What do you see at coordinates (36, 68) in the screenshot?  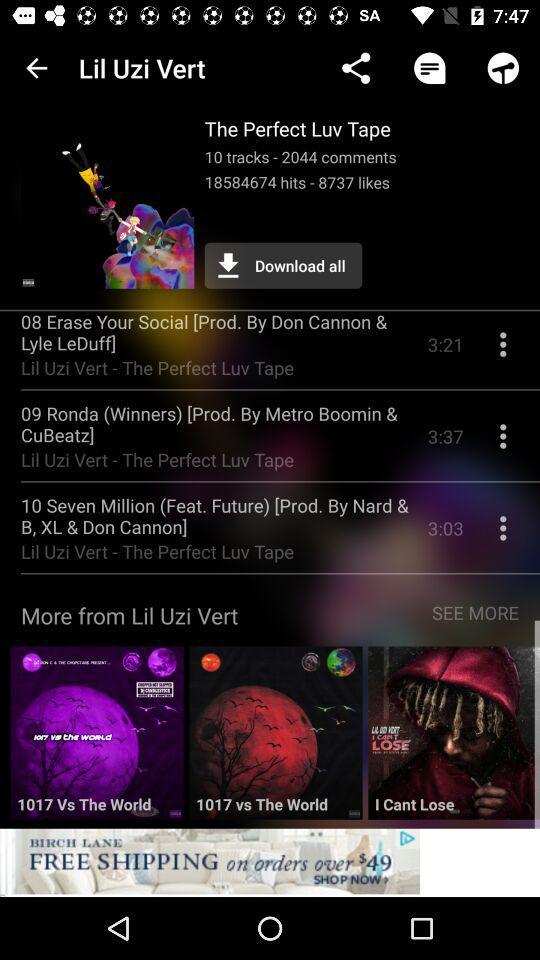 I see `item next to lil uzi vert icon` at bounding box center [36, 68].